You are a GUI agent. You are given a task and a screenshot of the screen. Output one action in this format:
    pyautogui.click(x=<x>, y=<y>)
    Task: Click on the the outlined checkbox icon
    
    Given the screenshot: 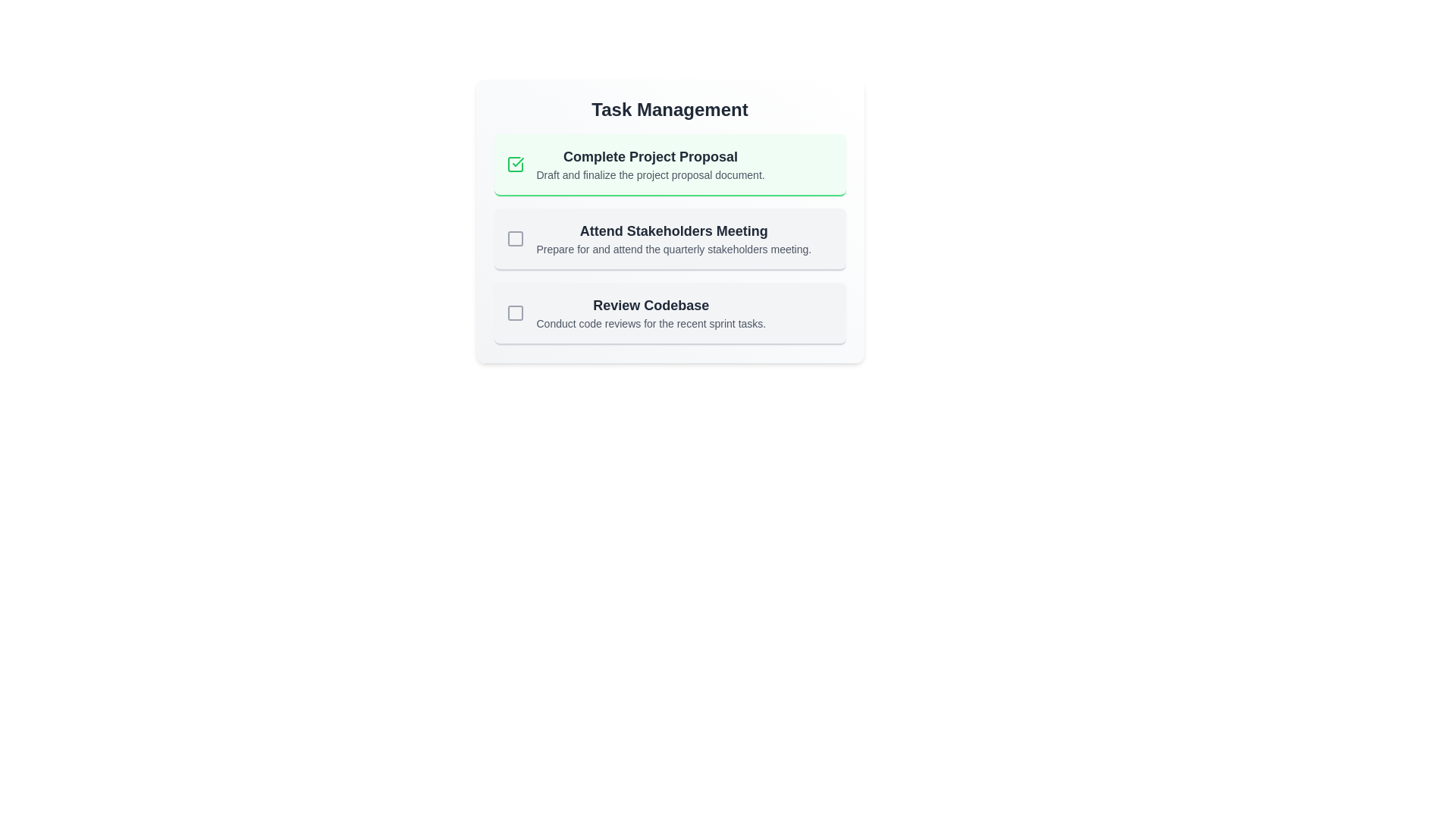 What is the action you would take?
    pyautogui.click(x=515, y=239)
    